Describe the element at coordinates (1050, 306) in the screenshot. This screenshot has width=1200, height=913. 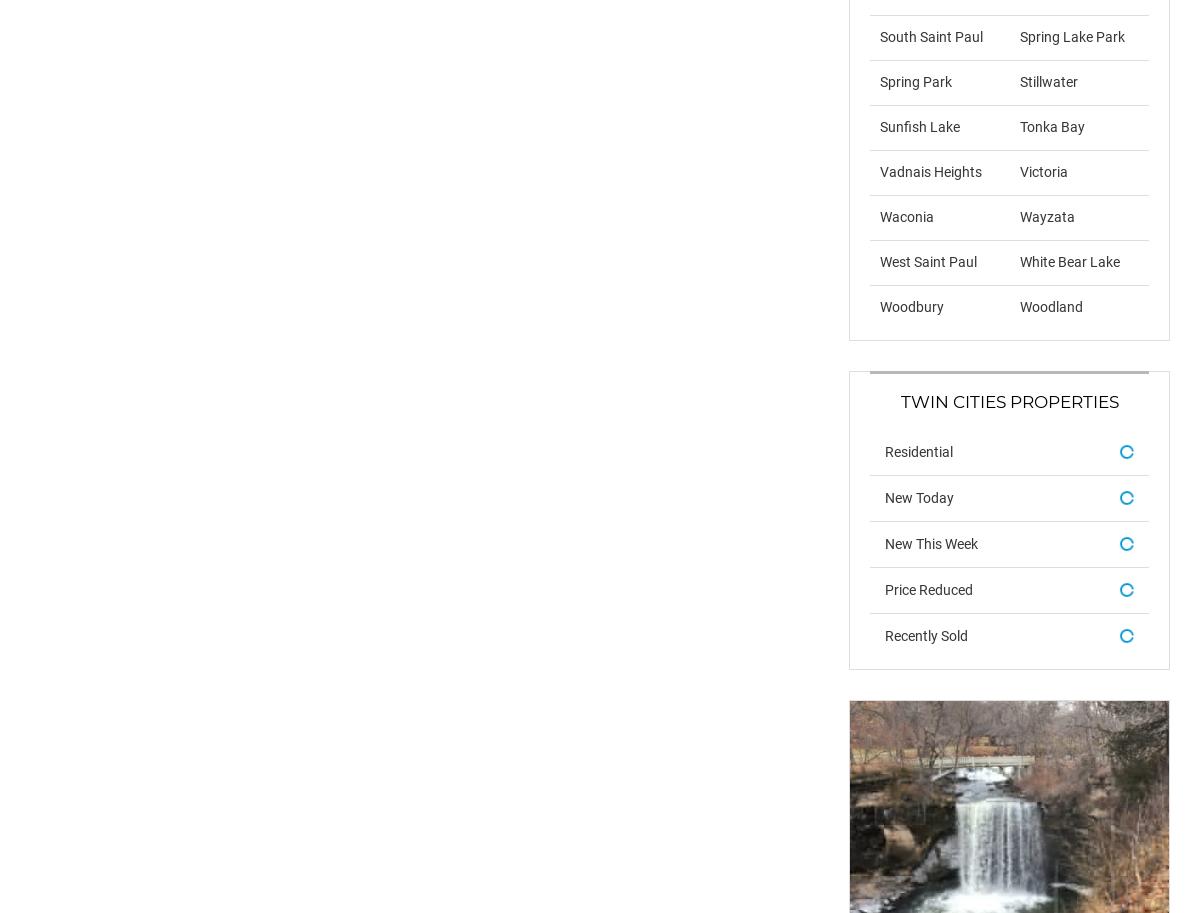
I see `'Woodland'` at that location.